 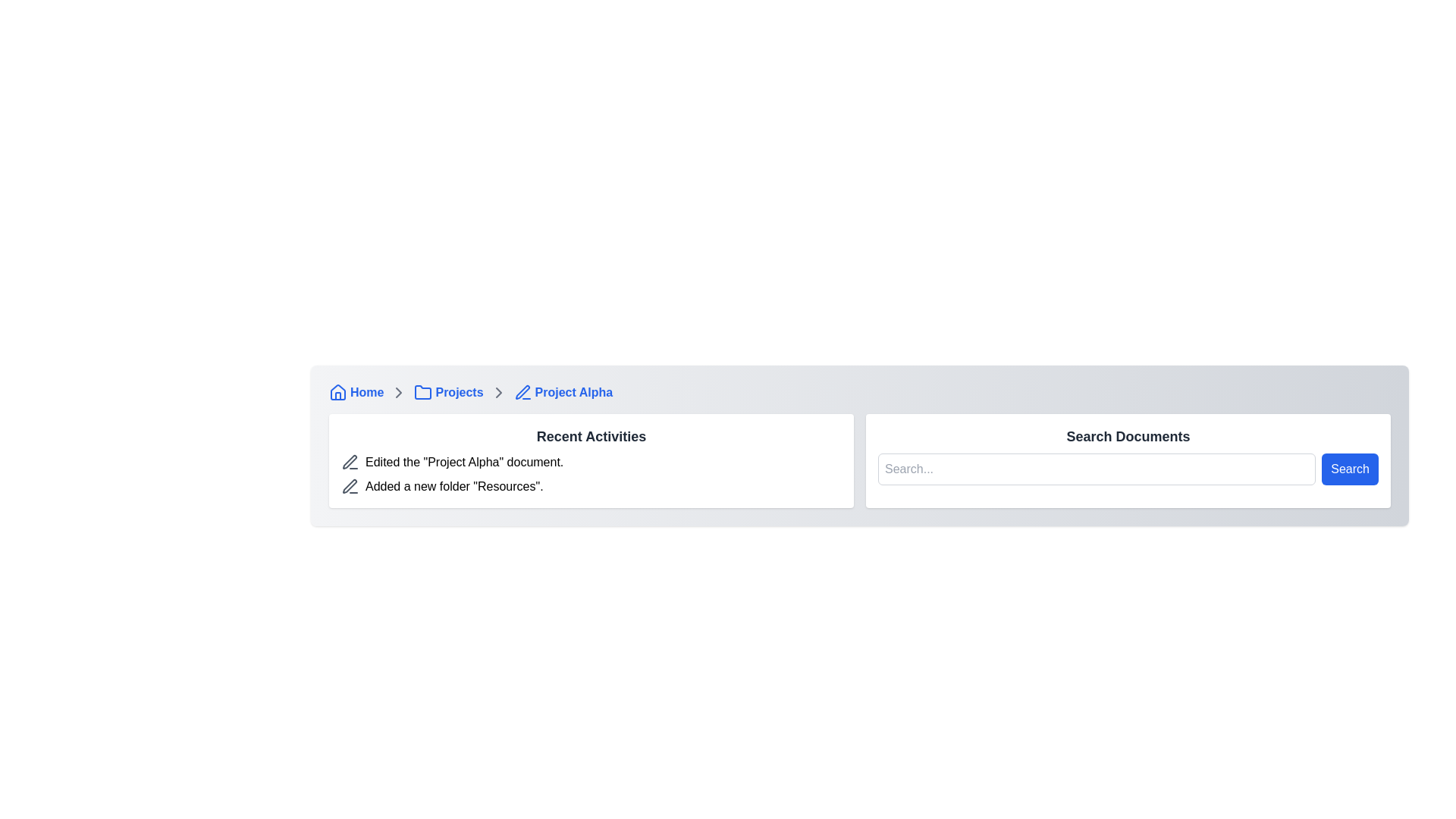 What do you see at coordinates (447, 391) in the screenshot?
I see `the 'Projects' anchor link in the breadcrumb navigation bar, which is the second item between 'Home' and 'Project Alpha'` at bounding box center [447, 391].